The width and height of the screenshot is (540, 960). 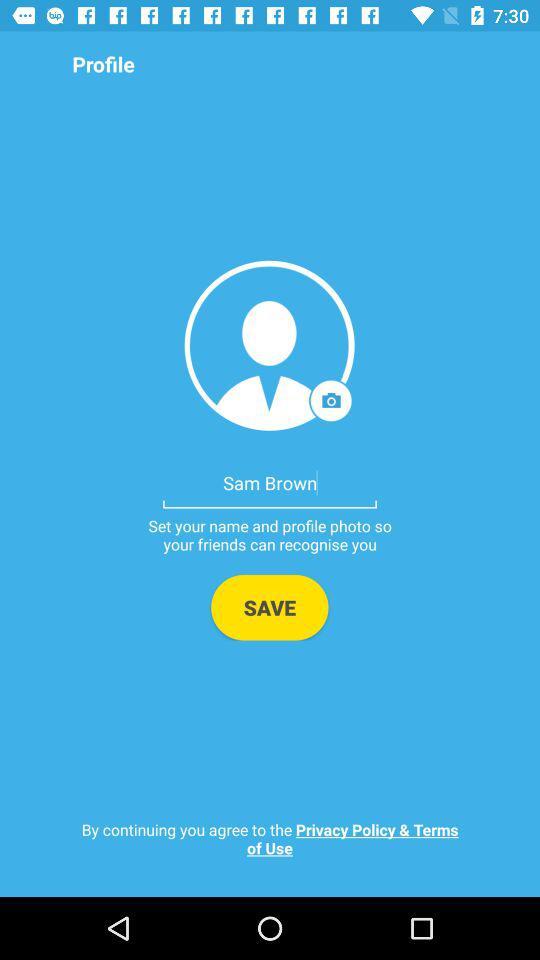 What do you see at coordinates (270, 838) in the screenshot?
I see `the icon below the save icon` at bounding box center [270, 838].